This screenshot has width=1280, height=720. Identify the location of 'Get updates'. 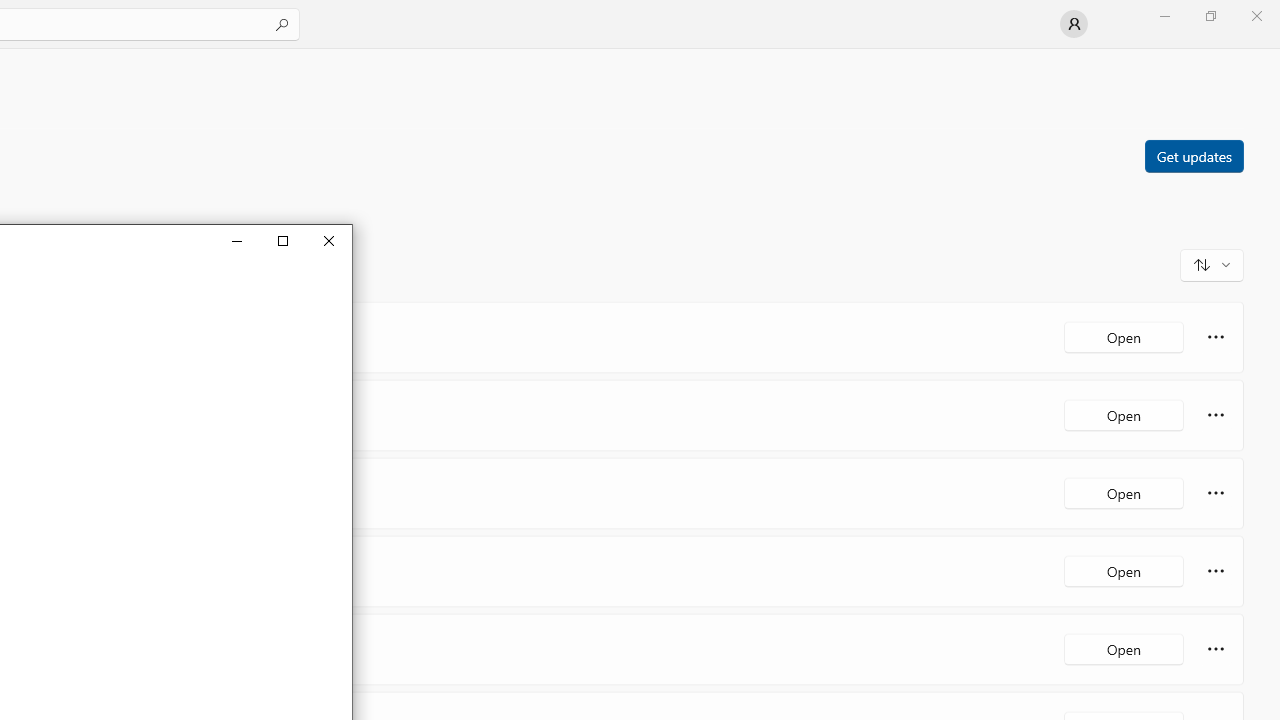
(1193, 154).